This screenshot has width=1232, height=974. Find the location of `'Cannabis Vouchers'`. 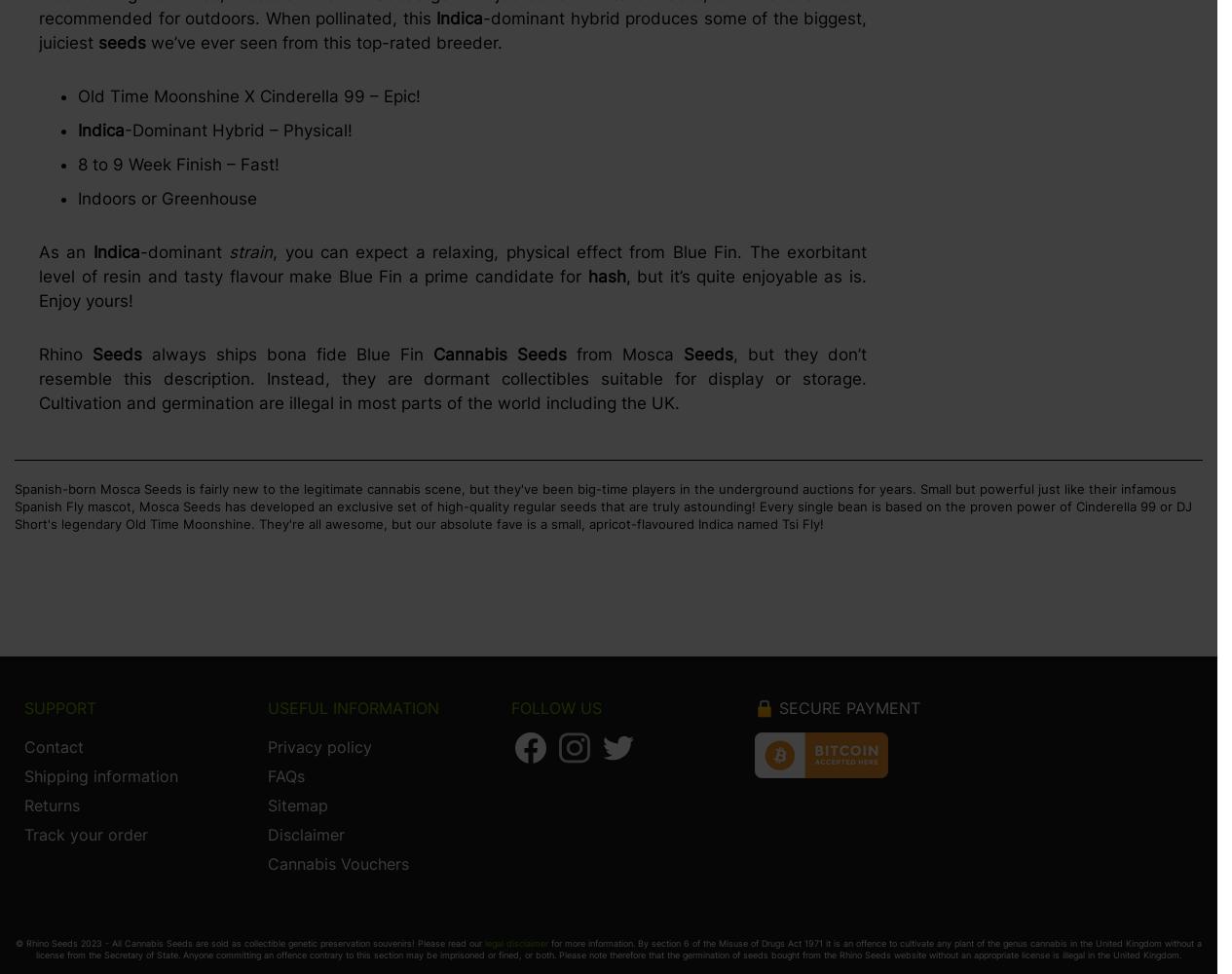

'Cannabis Vouchers' is located at coordinates (337, 864).